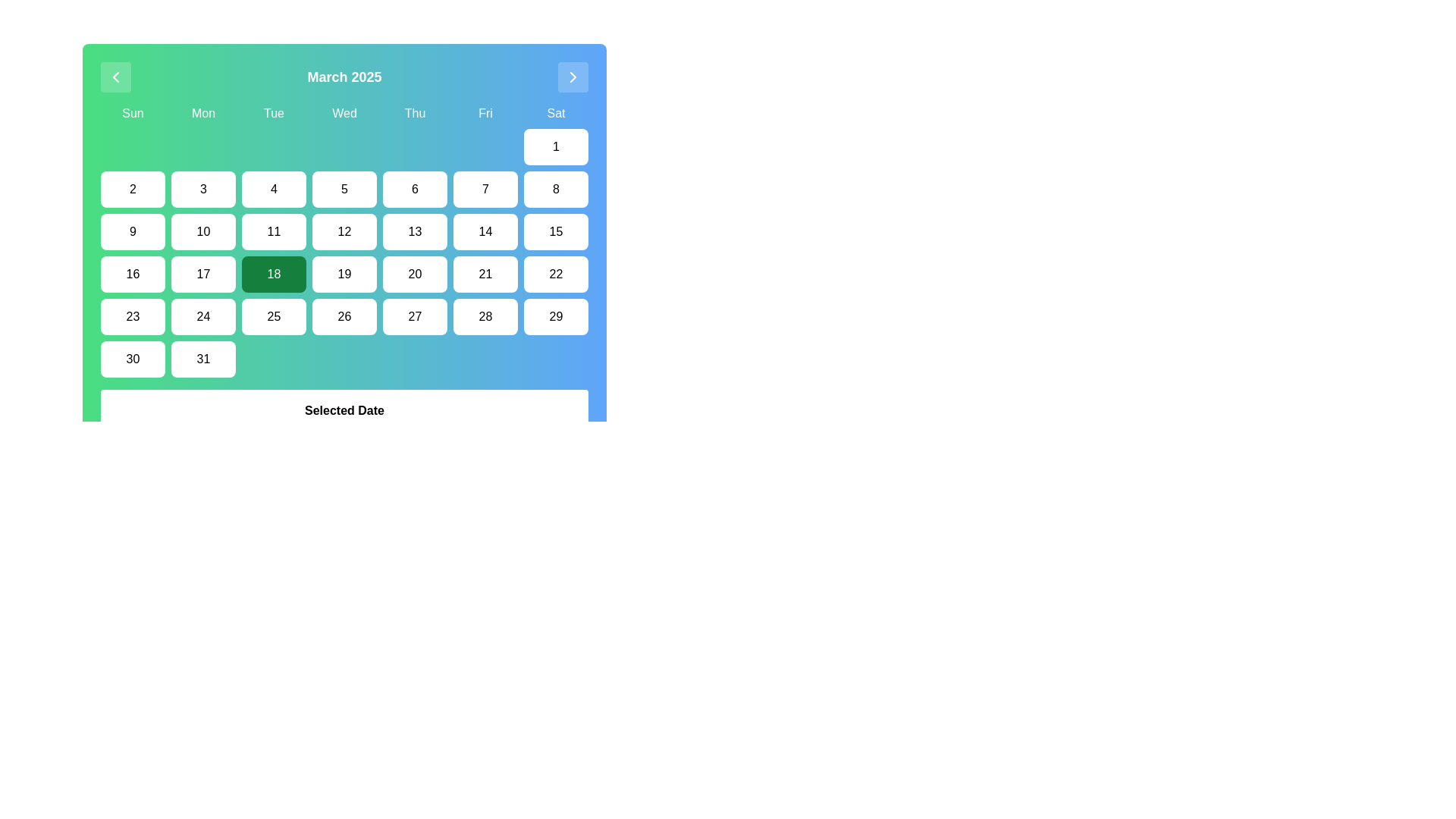 The image size is (1456, 819). Describe the element at coordinates (415, 315) in the screenshot. I see `the button representing the 27th day of the month in the calendar, located in the last row and fifth from the left` at that location.